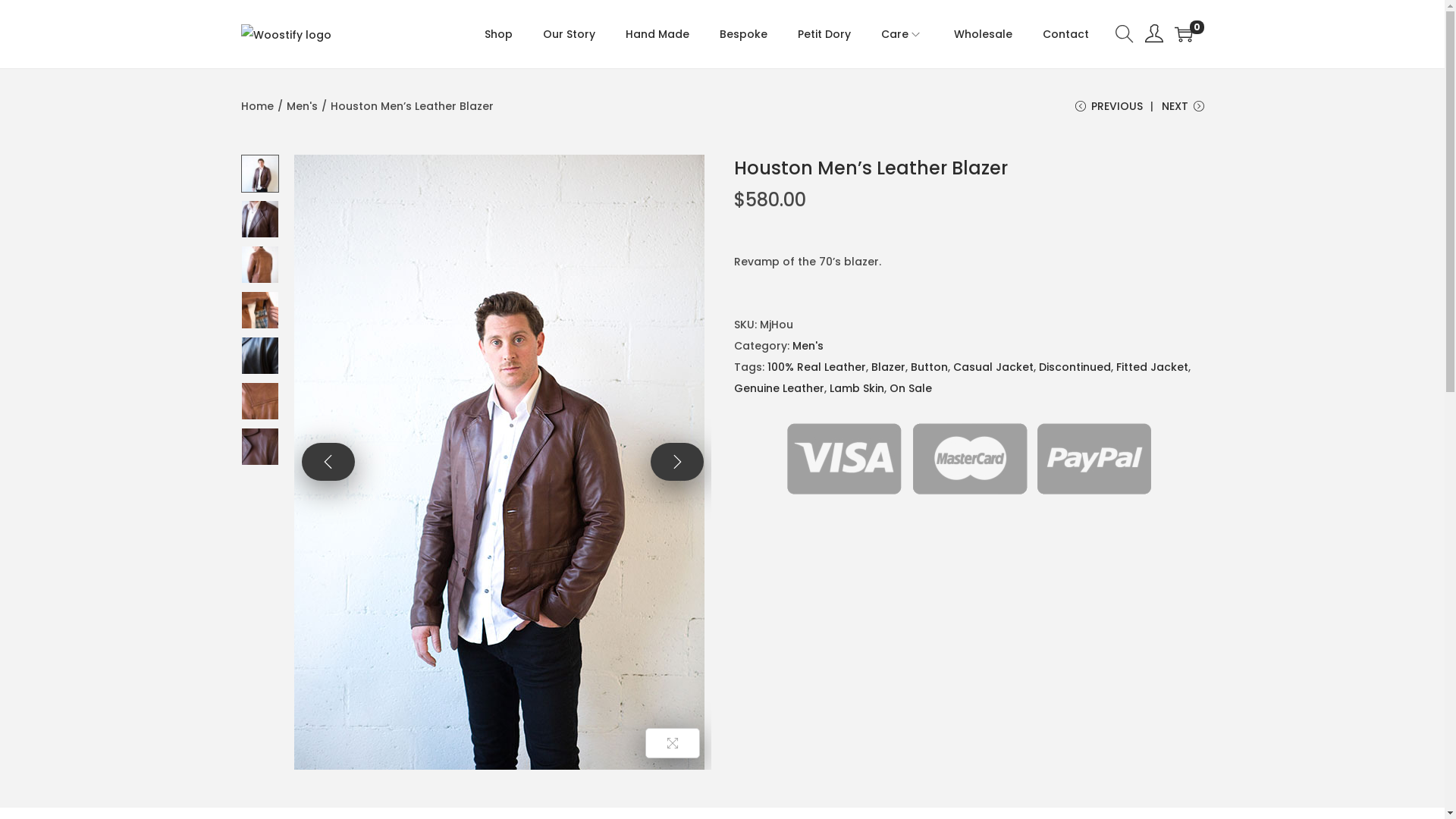 The image size is (1456, 819). Describe the element at coordinates (1074, 366) in the screenshot. I see `'Discontinued'` at that location.